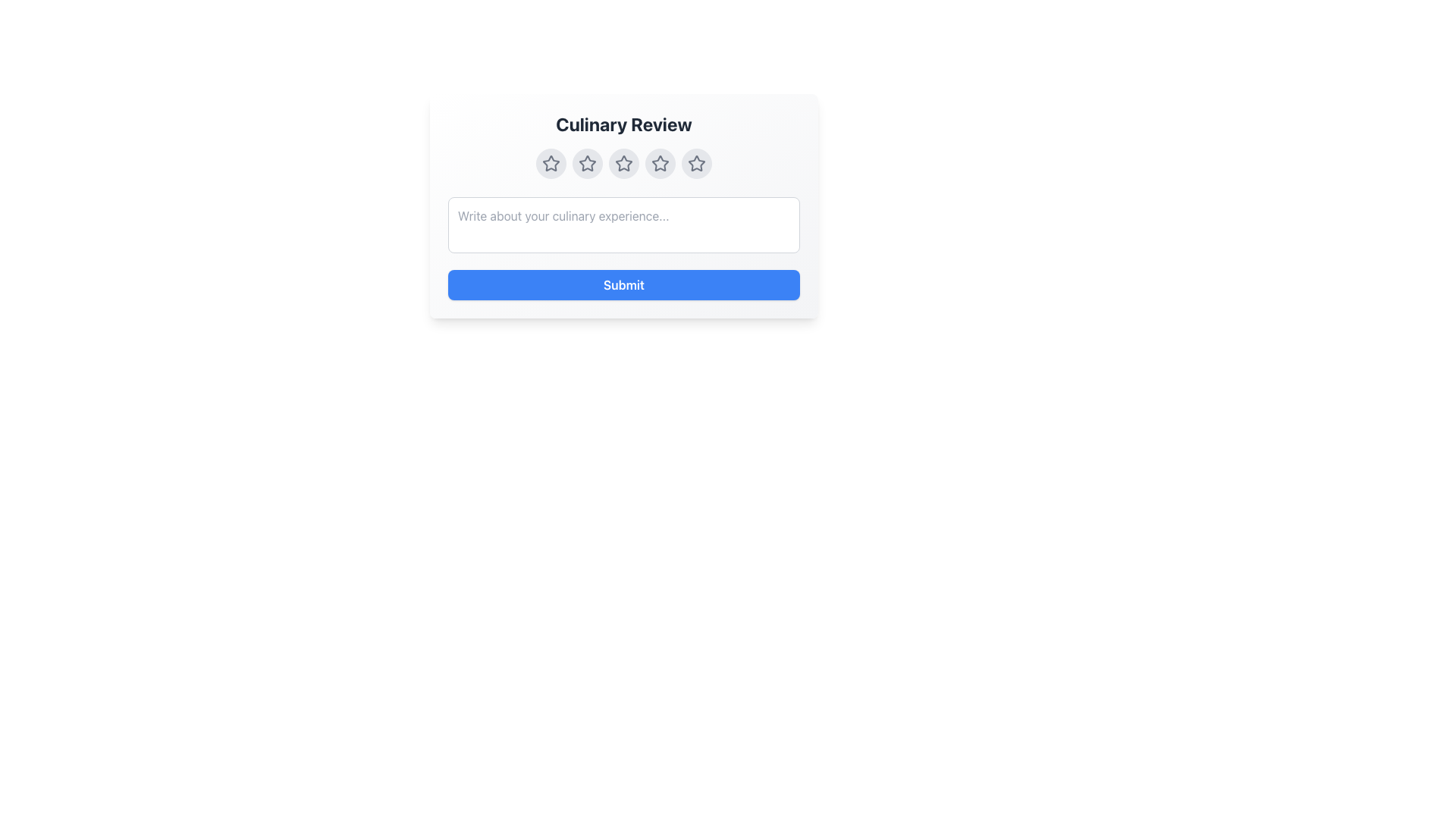 This screenshot has width=1456, height=819. What do you see at coordinates (550, 164) in the screenshot?
I see `the first star rating button` at bounding box center [550, 164].